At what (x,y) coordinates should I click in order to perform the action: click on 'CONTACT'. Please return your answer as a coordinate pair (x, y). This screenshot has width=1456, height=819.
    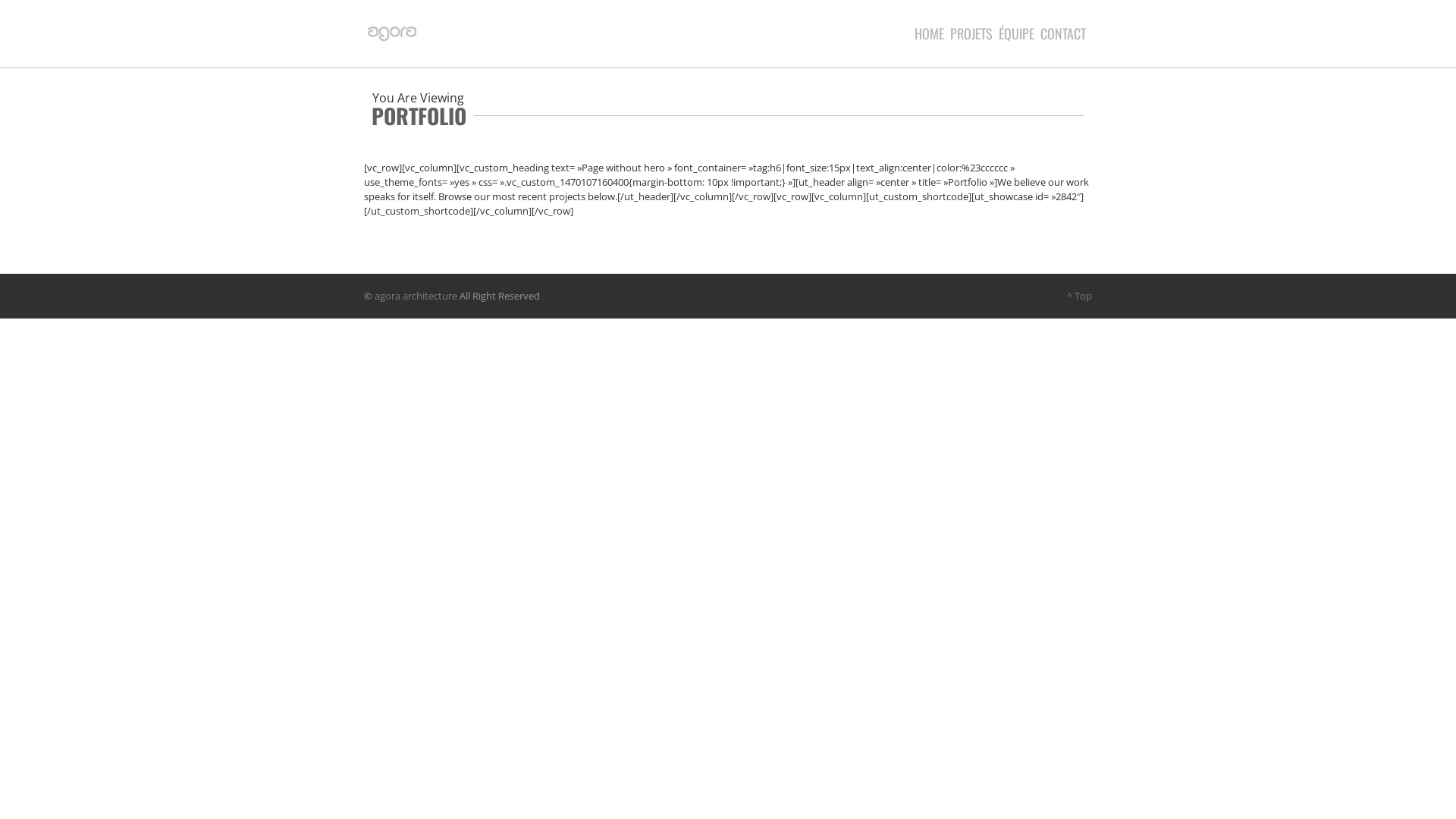
    Looking at the image, I should click on (1065, 33).